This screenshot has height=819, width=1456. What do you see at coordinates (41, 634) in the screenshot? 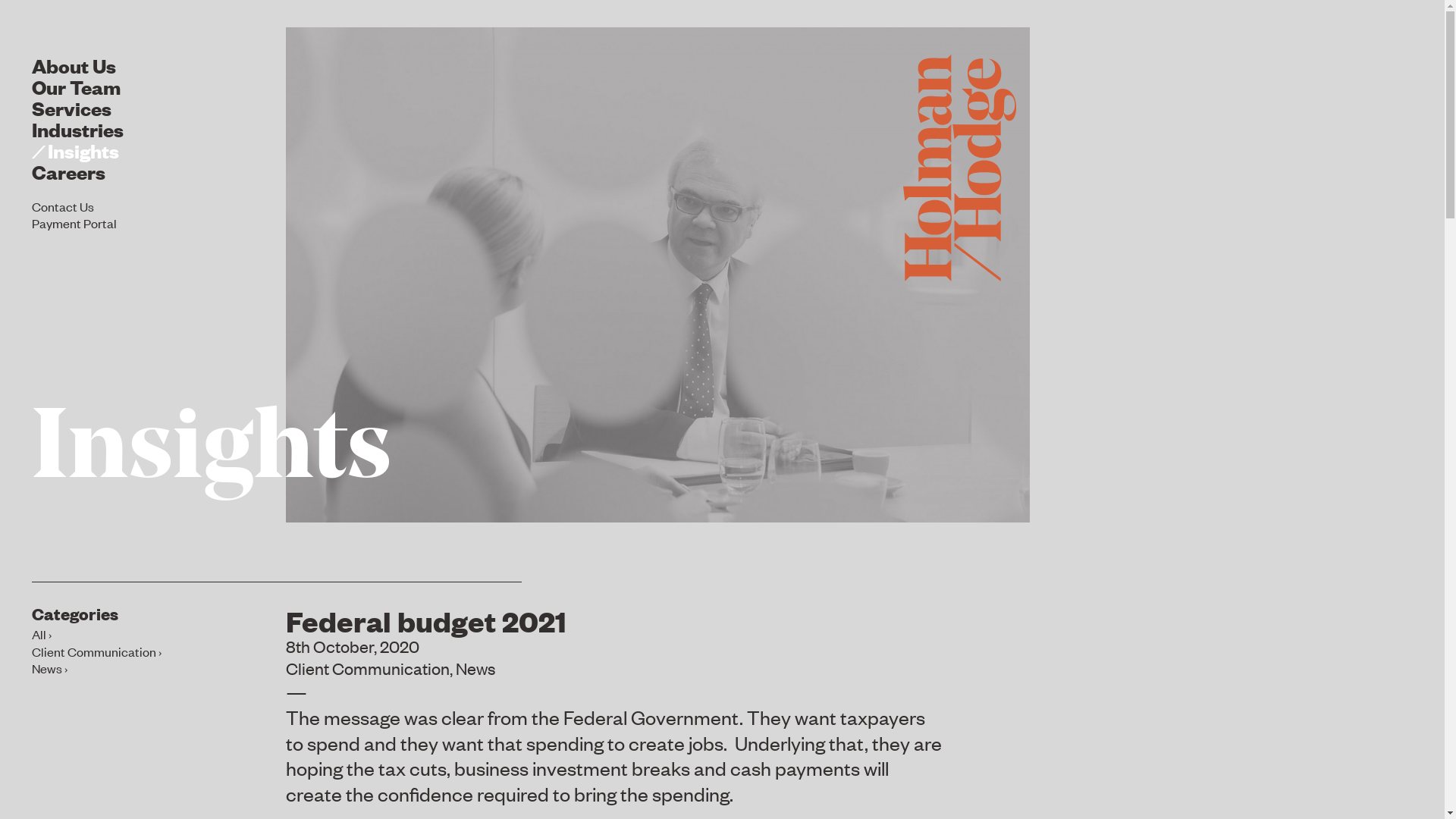
I see `'All'` at bounding box center [41, 634].